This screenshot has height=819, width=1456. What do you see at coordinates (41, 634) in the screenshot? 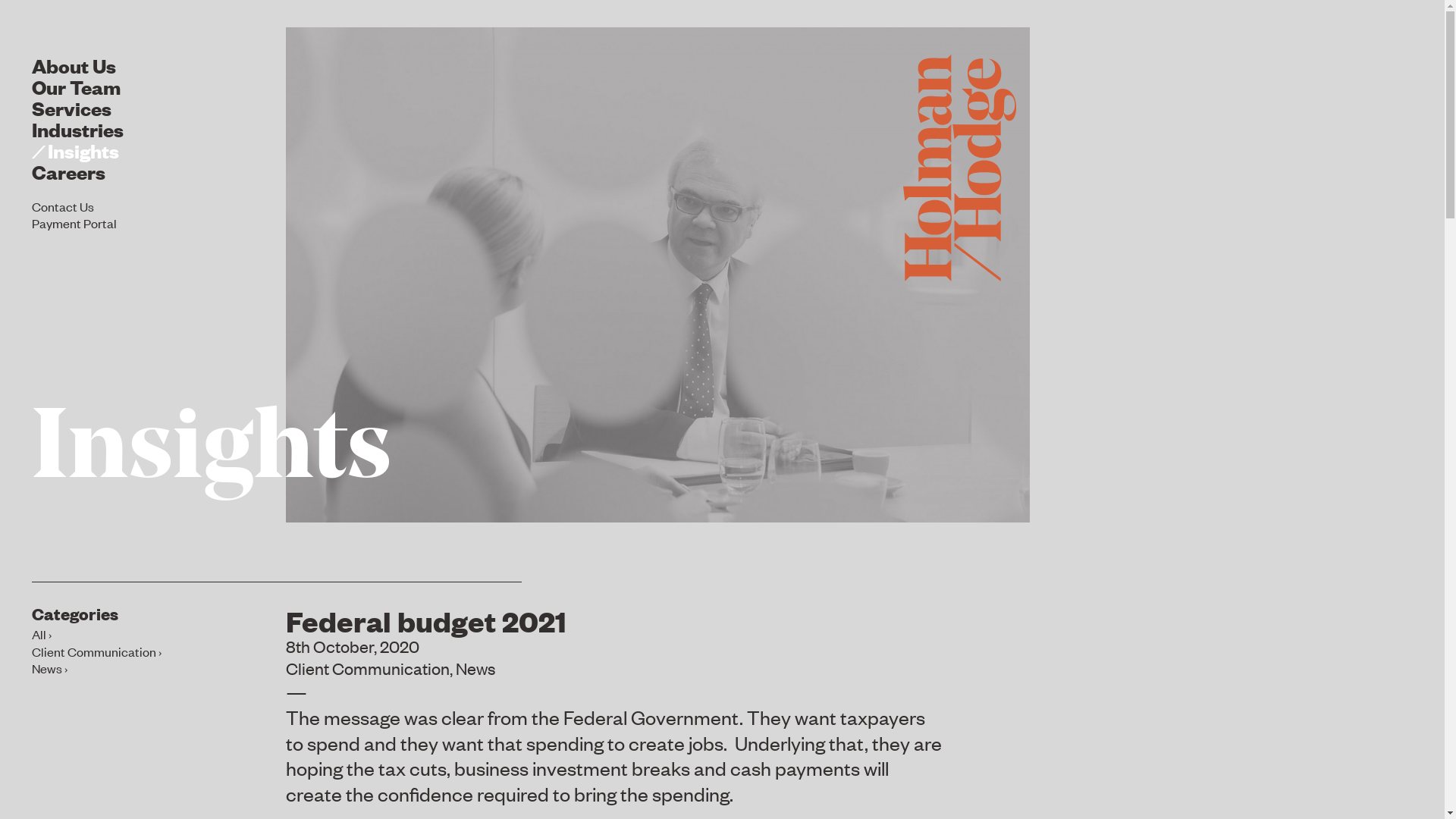
I see `'All'` at bounding box center [41, 634].